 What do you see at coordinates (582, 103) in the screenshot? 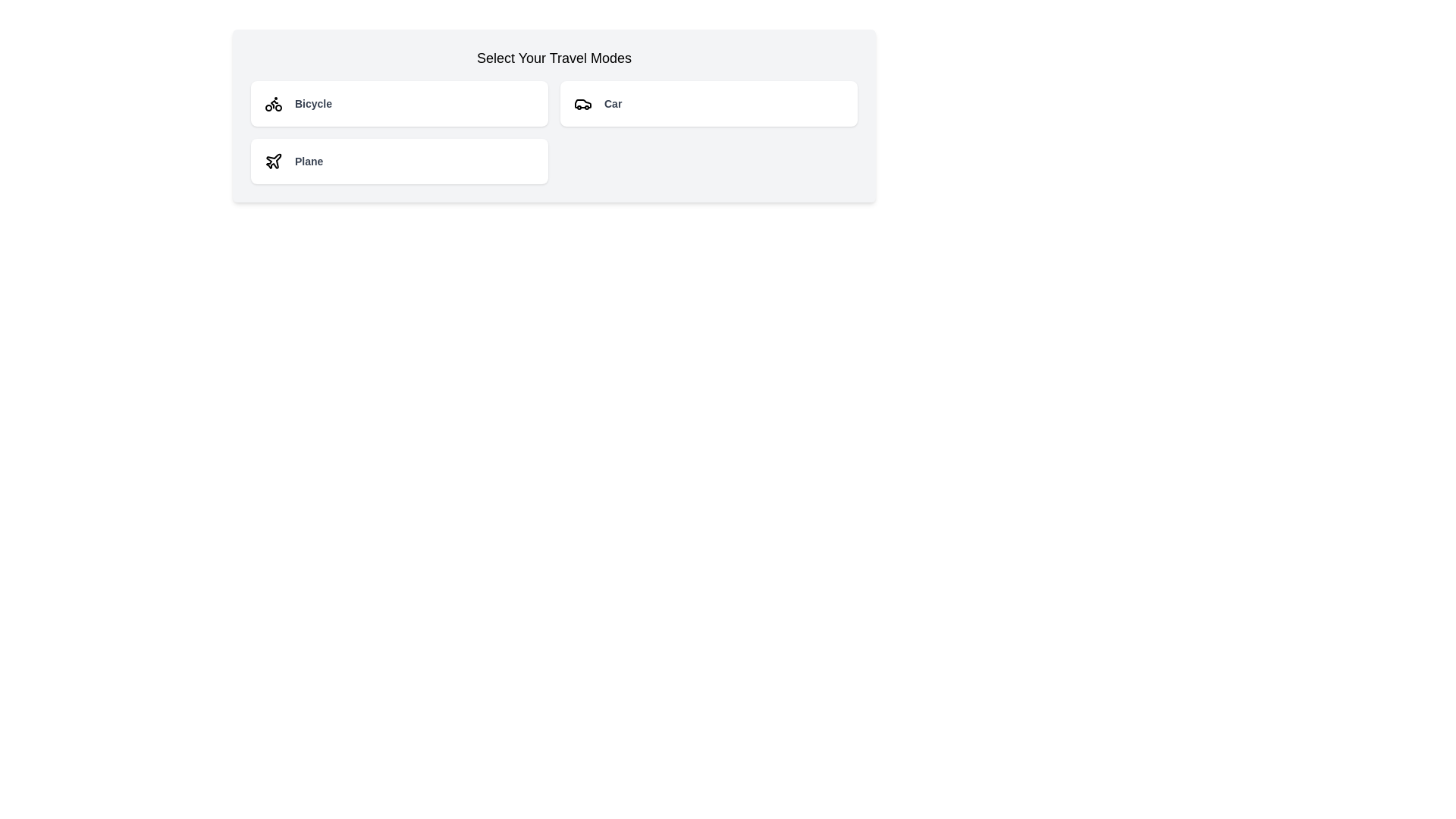
I see `the 'Car' icon located in the upper-right card, specifically to the left of the 'Car' label` at bounding box center [582, 103].